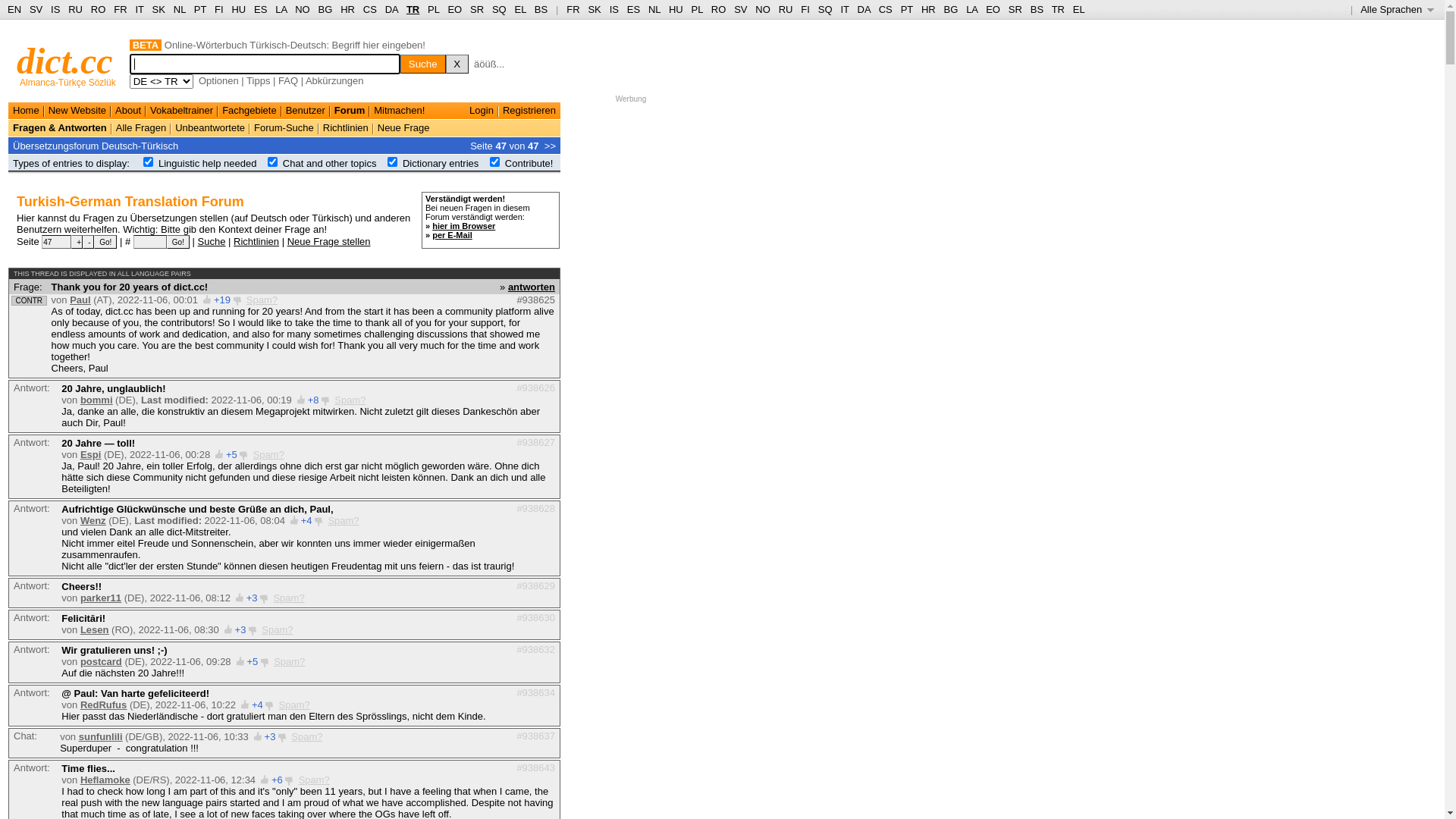 Image resolution: width=1456 pixels, height=819 pixels. What do you see at coordinates (281, 9) in the screenshot?
I see `'LA'` at bounding box center [281, 9].